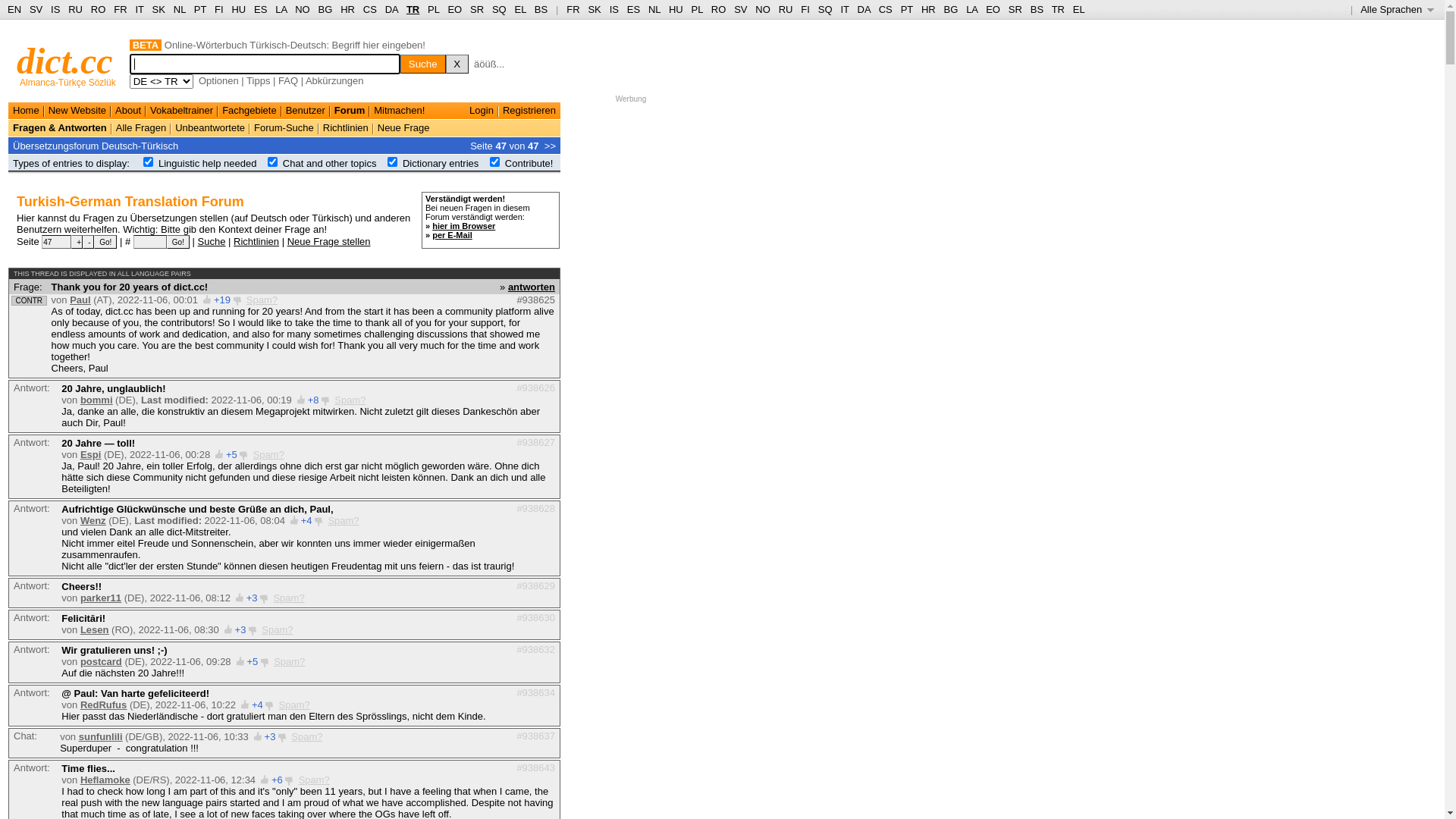 Image resolution: width=1456 pixels, height=819 pixels. What do you see at coordinates (281, 9) in the screenshot?
I see `'LA'` at bounding box center [281, 9].